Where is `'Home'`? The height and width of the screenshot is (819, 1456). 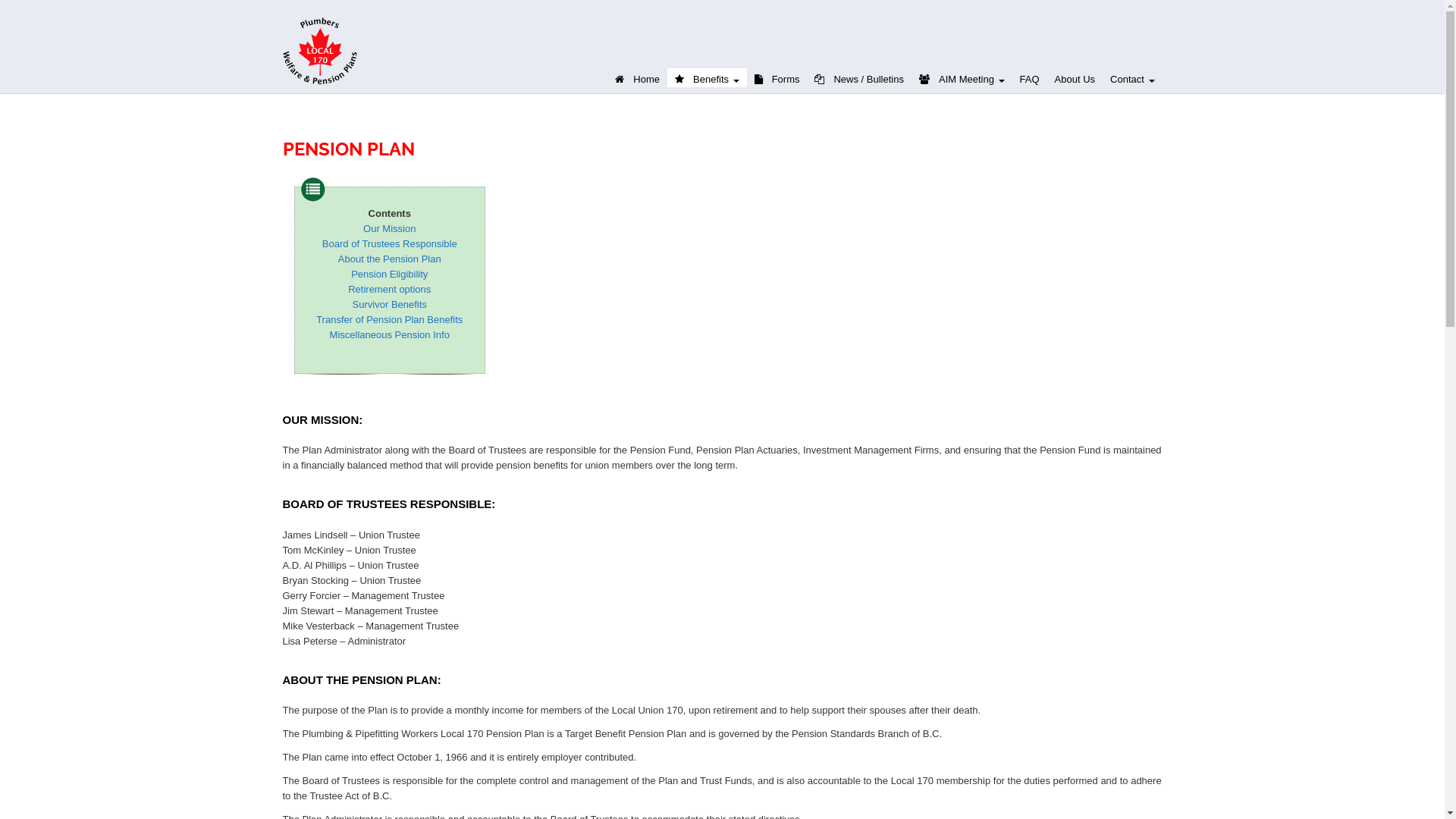
'Home' is located at coordinates (637, 77).